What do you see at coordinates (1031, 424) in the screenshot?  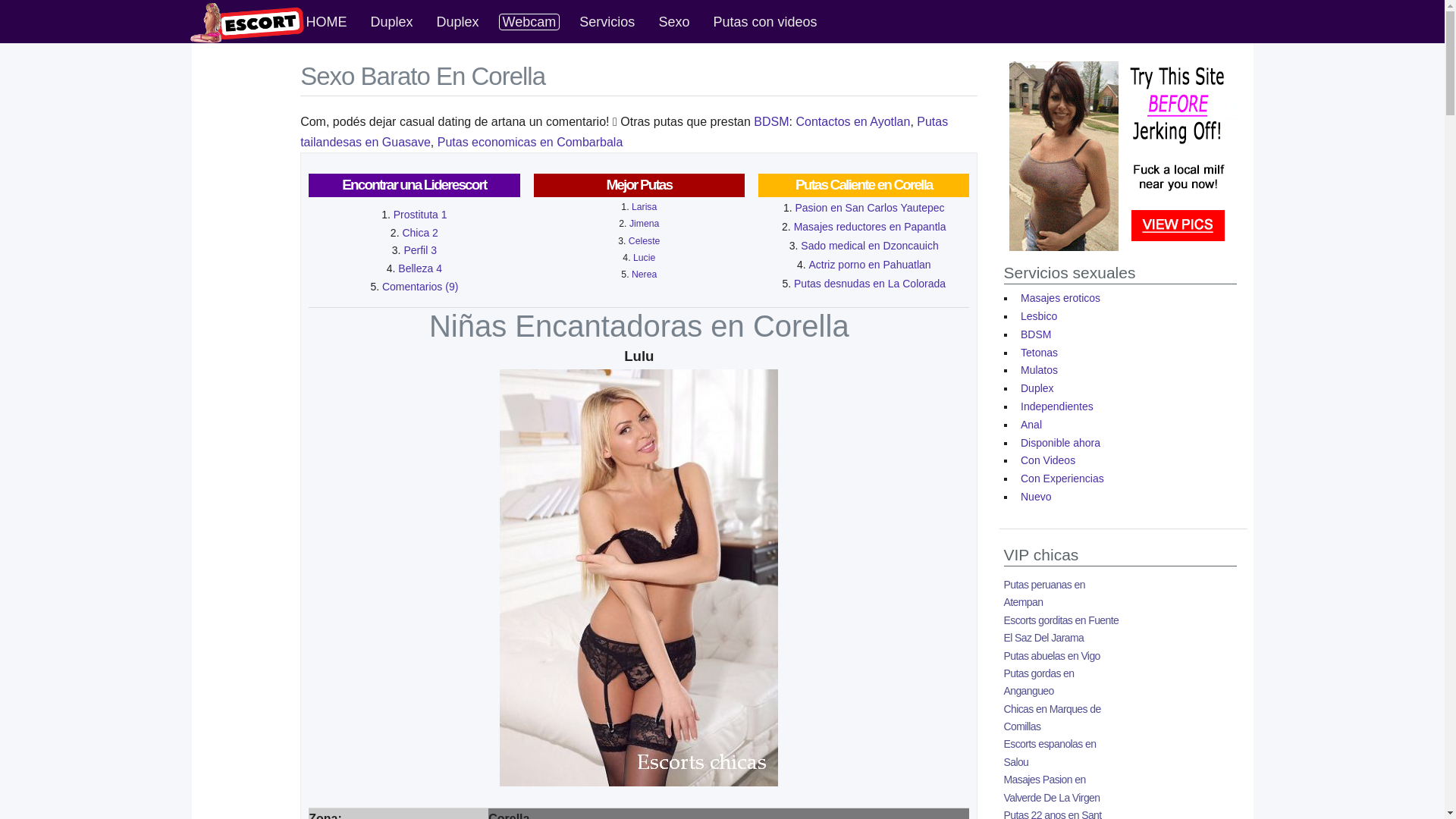 I see `'Anal'` at bounding box center [1031, 424].